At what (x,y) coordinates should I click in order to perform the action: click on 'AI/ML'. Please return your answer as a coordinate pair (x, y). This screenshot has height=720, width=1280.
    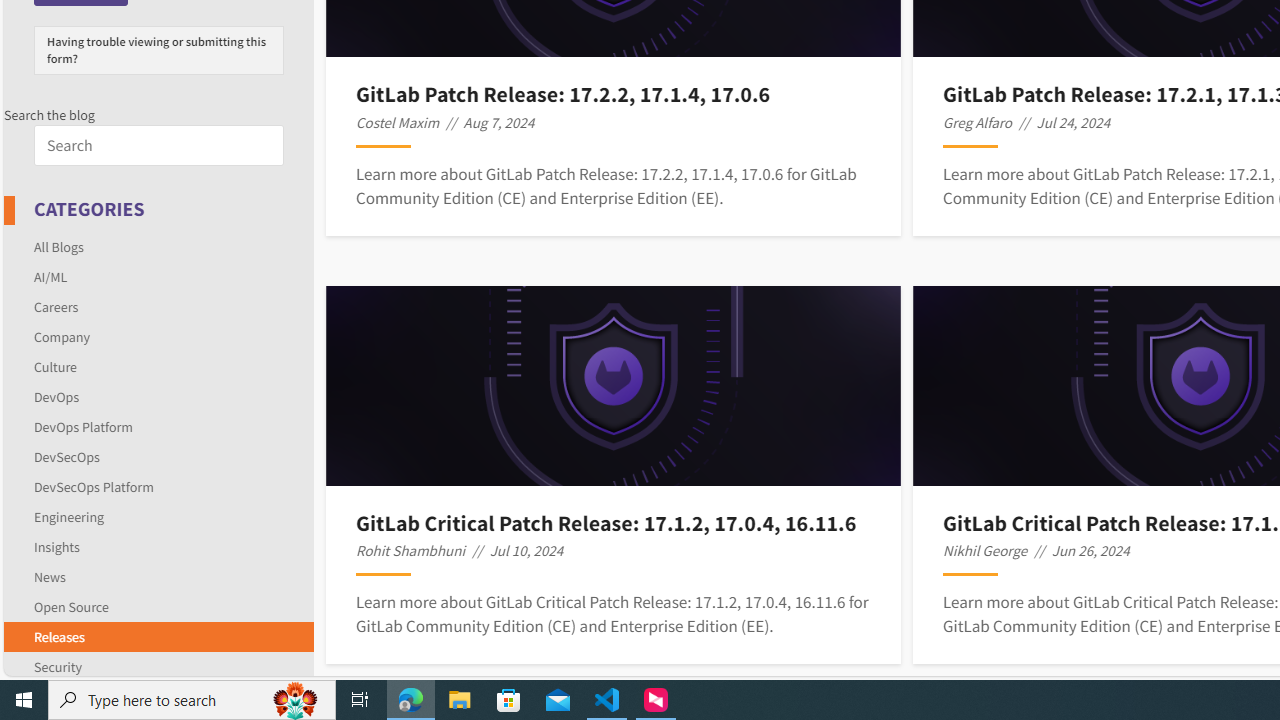
    Looking at the image, I should click on (51, 276).